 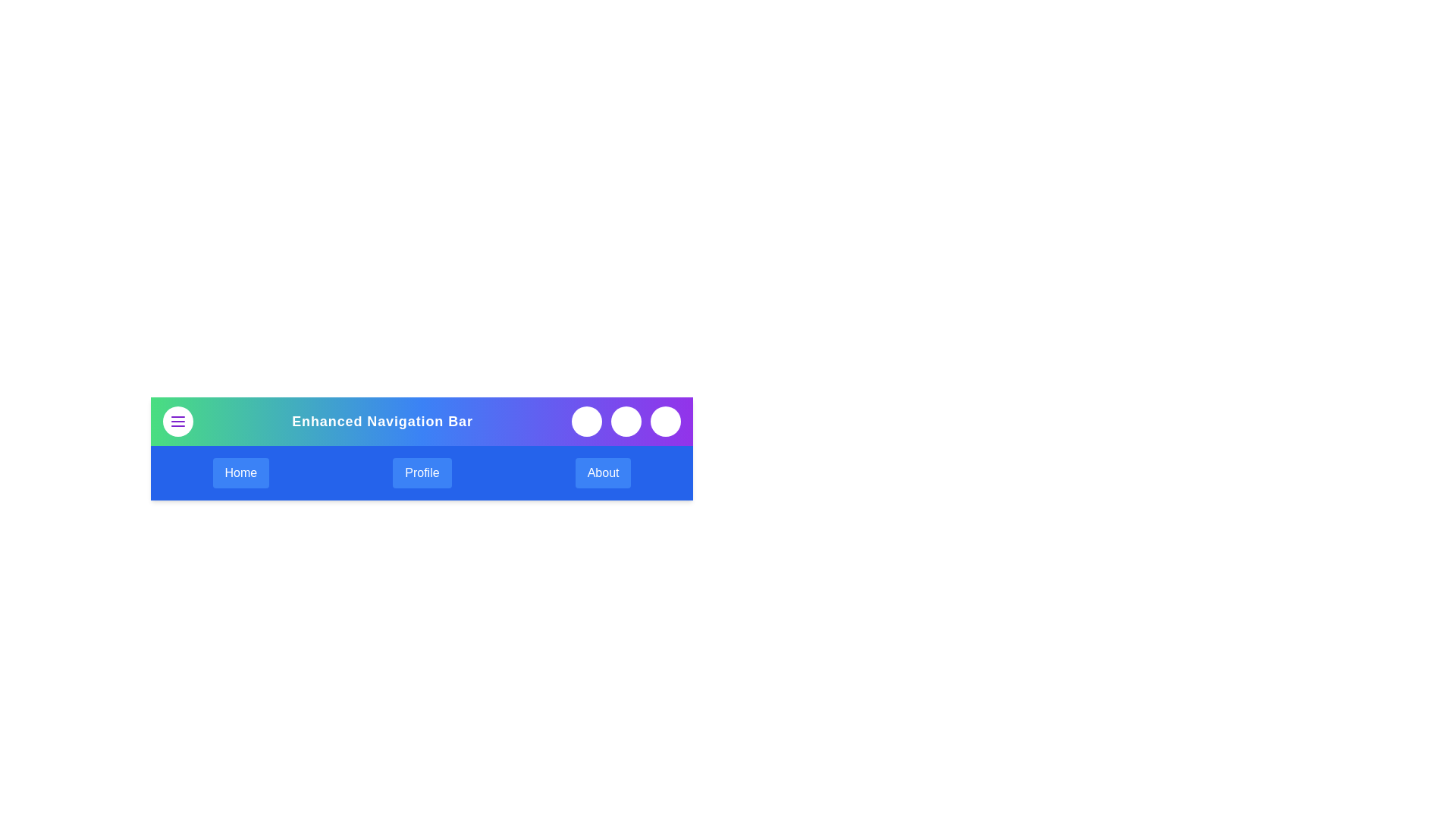 I want to click on the button labeled About to observe its hover effect, so click(x=602, y=472).